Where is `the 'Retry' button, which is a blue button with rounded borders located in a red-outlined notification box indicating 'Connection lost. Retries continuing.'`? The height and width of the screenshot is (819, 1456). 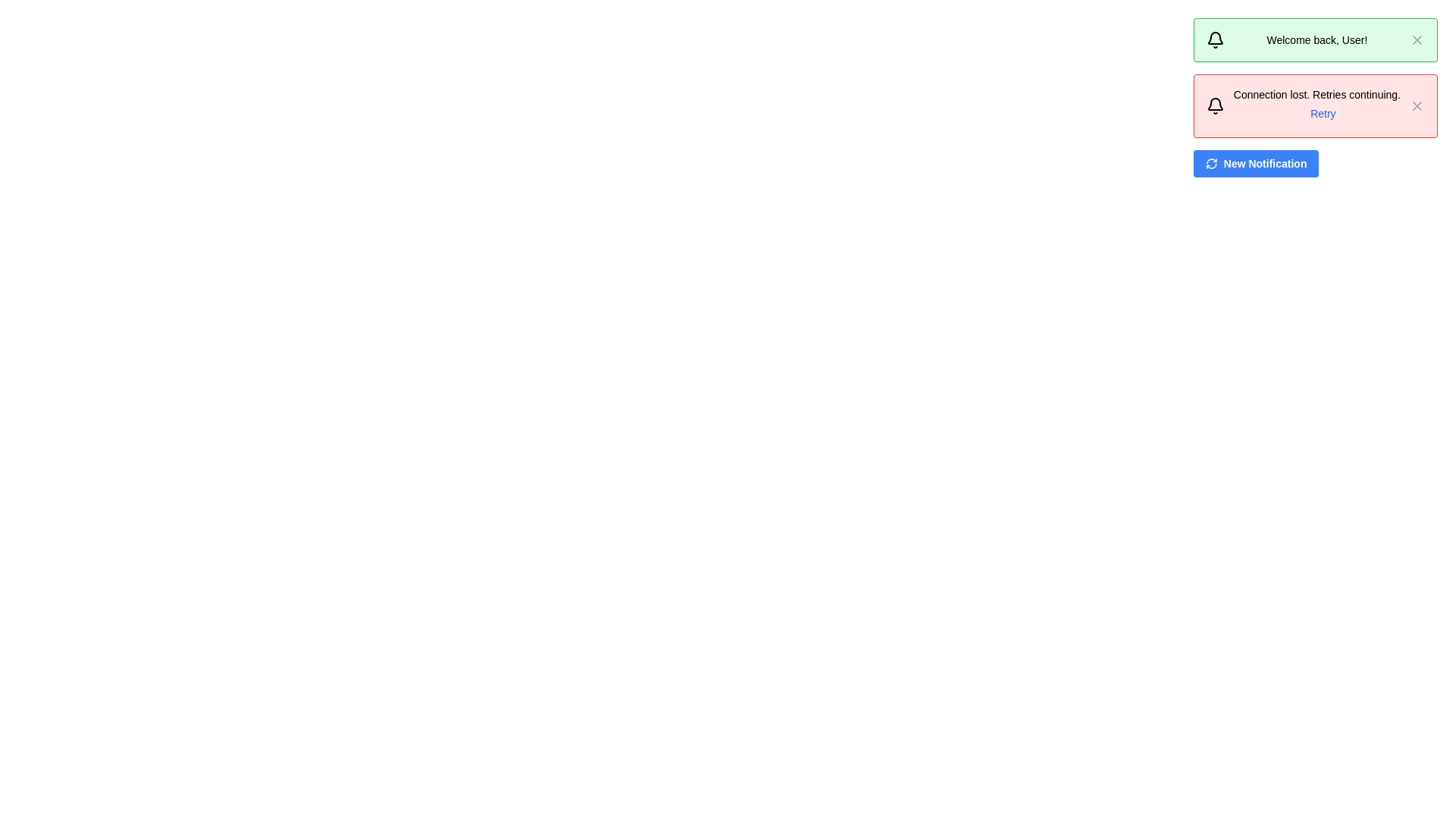 the 'Retry' button, which is a blue button with rounded borders located in a red-outlined notification box indicating 'Connection lost. Retries continuing.' is located at coordinates (1316, 113).